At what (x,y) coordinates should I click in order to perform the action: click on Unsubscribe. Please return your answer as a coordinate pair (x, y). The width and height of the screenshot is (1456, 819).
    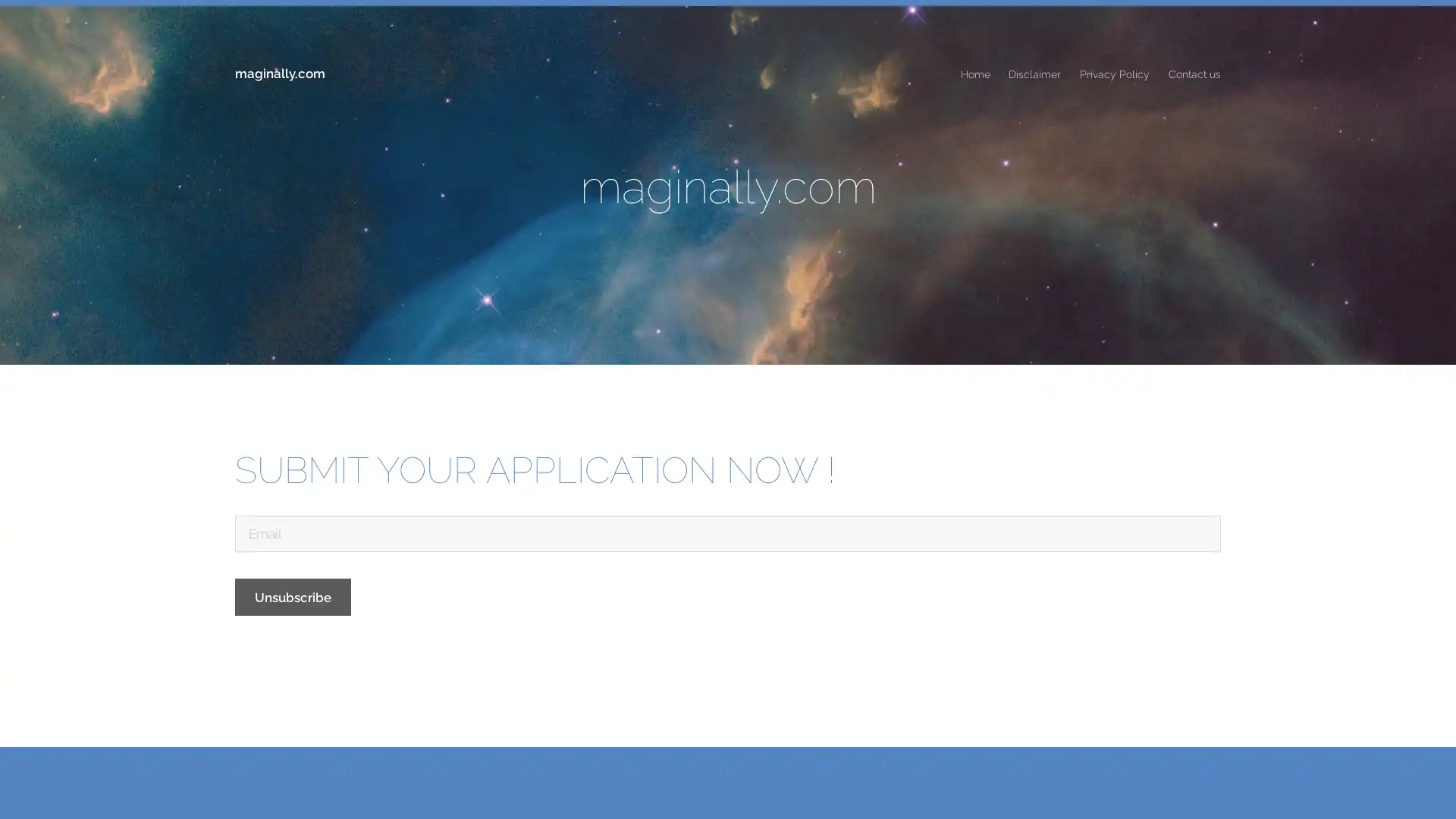
    Looking at the image, I should click on (293, 595).